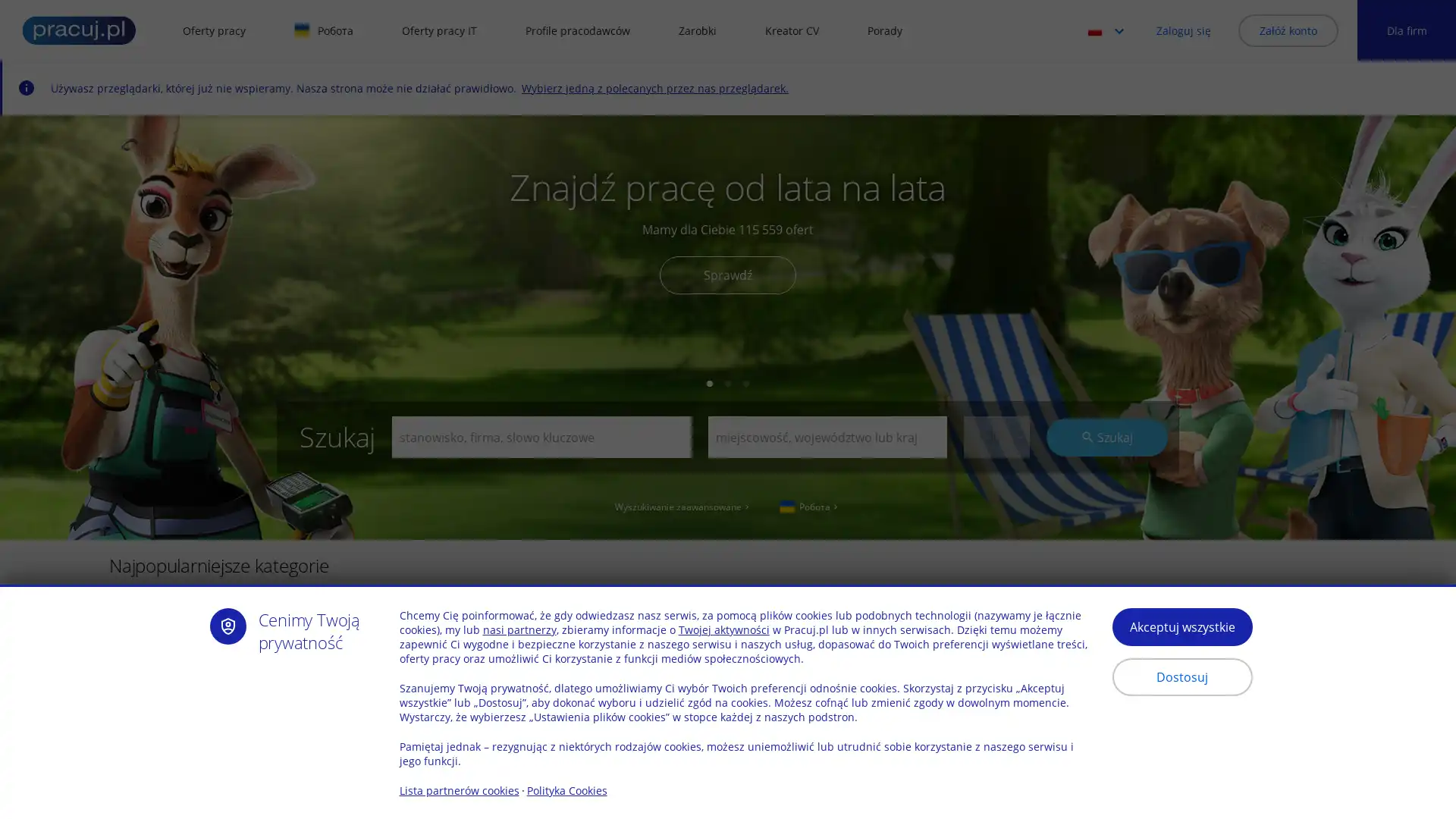 This screenshot has width=1456, height=819. Describe the element at coordinates (996, 437) in the screenshot. I see `+ 30 km` at that location.